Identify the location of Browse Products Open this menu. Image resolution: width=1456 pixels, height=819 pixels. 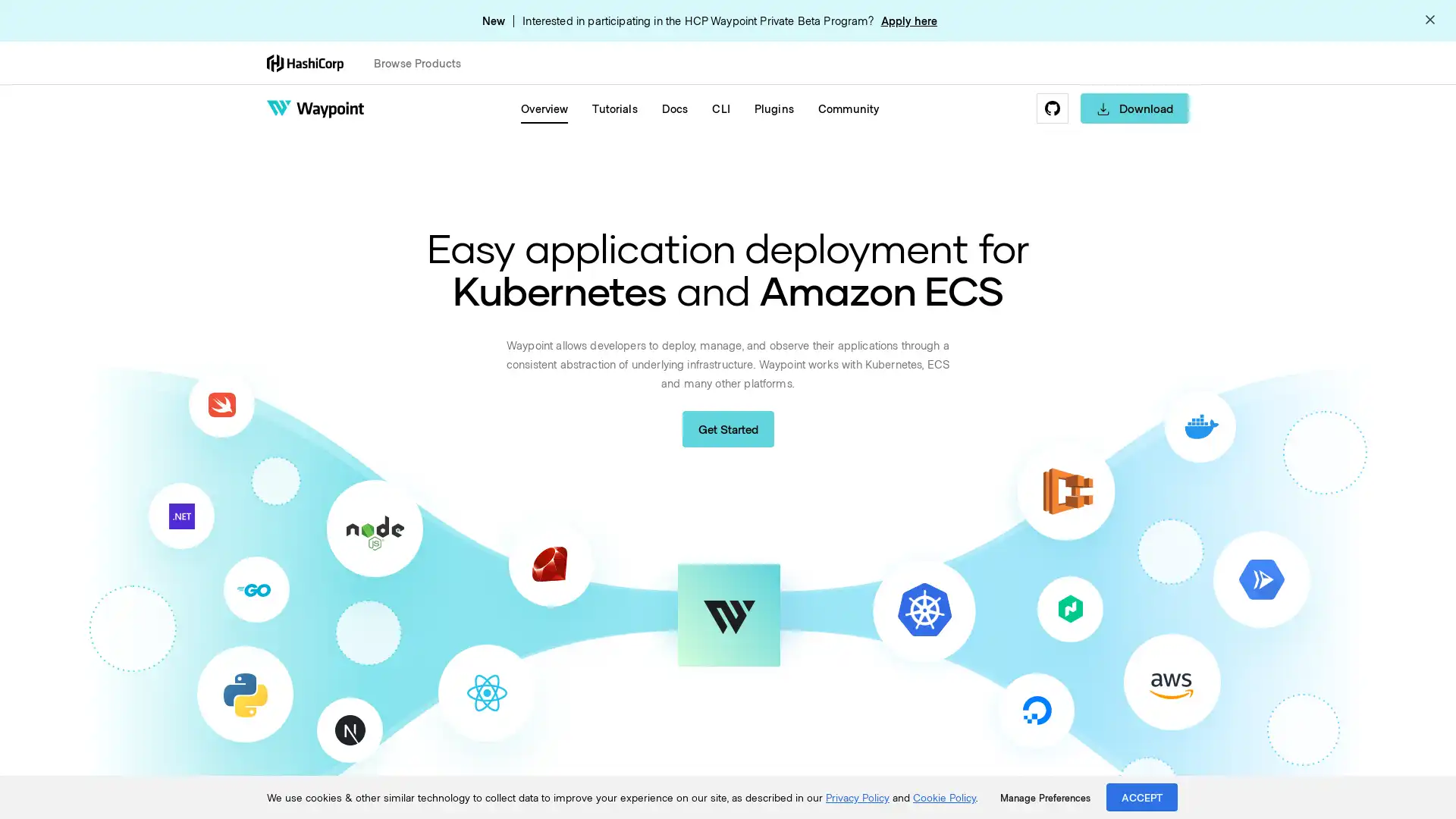
(424, 62).